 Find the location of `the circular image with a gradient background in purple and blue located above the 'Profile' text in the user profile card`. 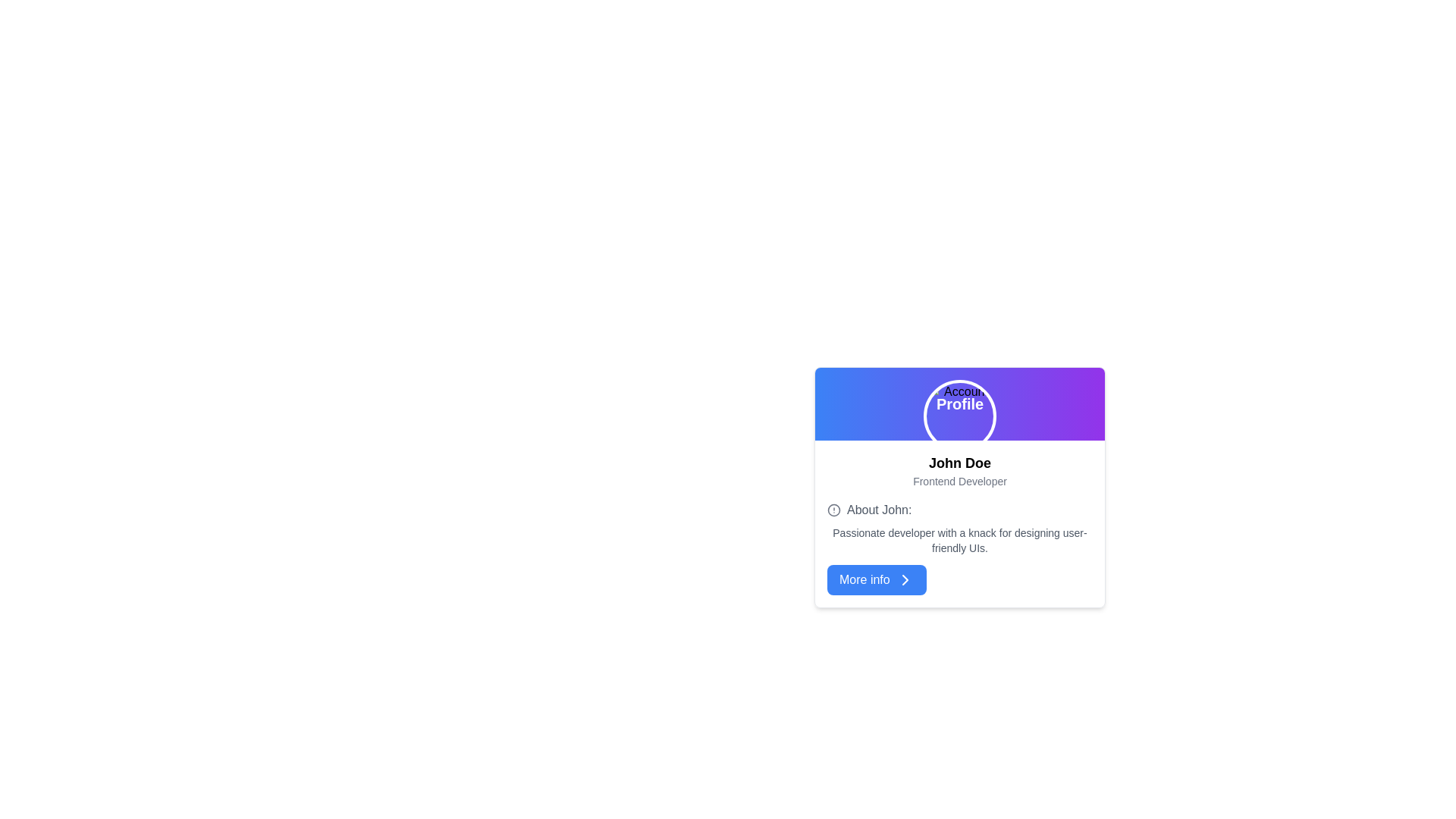

the circular image with a gradient background in purple and blue located above the 'Profile' text in the user profile card is located at coordinates (959, 416).